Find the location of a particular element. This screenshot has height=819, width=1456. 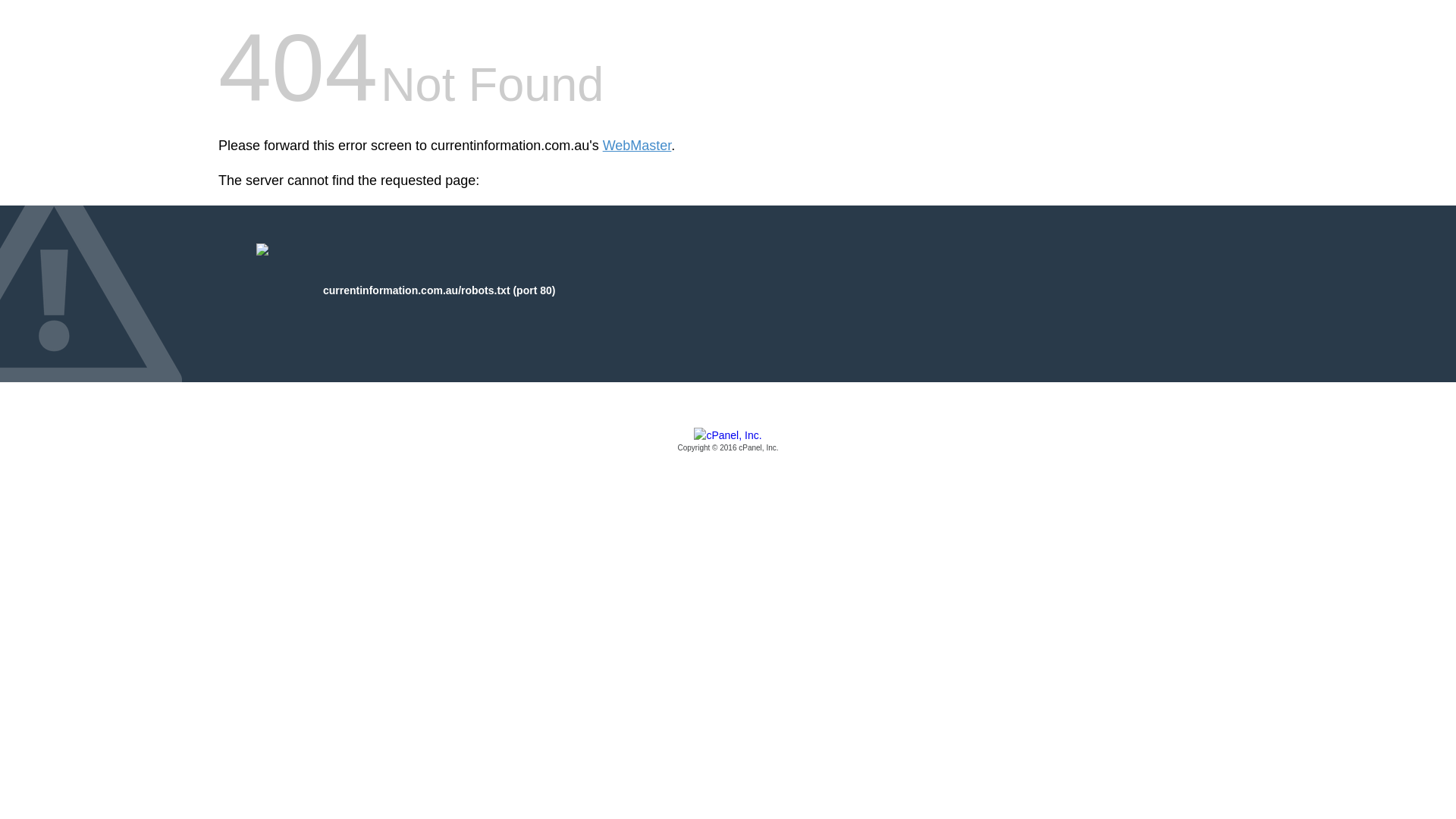

'WebMaster' is located at coordinates (637, 146).